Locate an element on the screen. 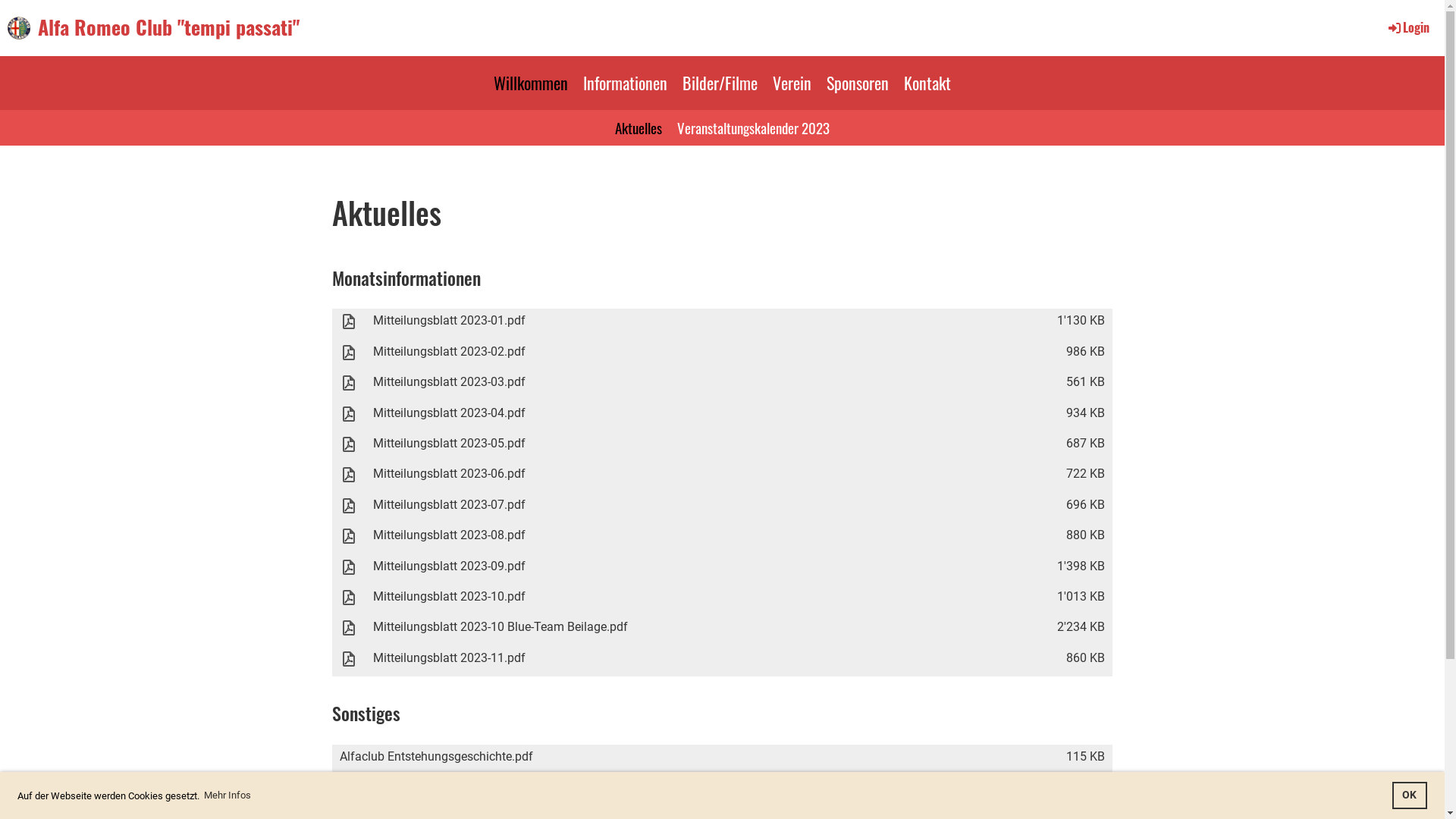 The height and width of the screenshot is (819, 1456). 'Bilder/Filme' is located at coordinates (719, 83).